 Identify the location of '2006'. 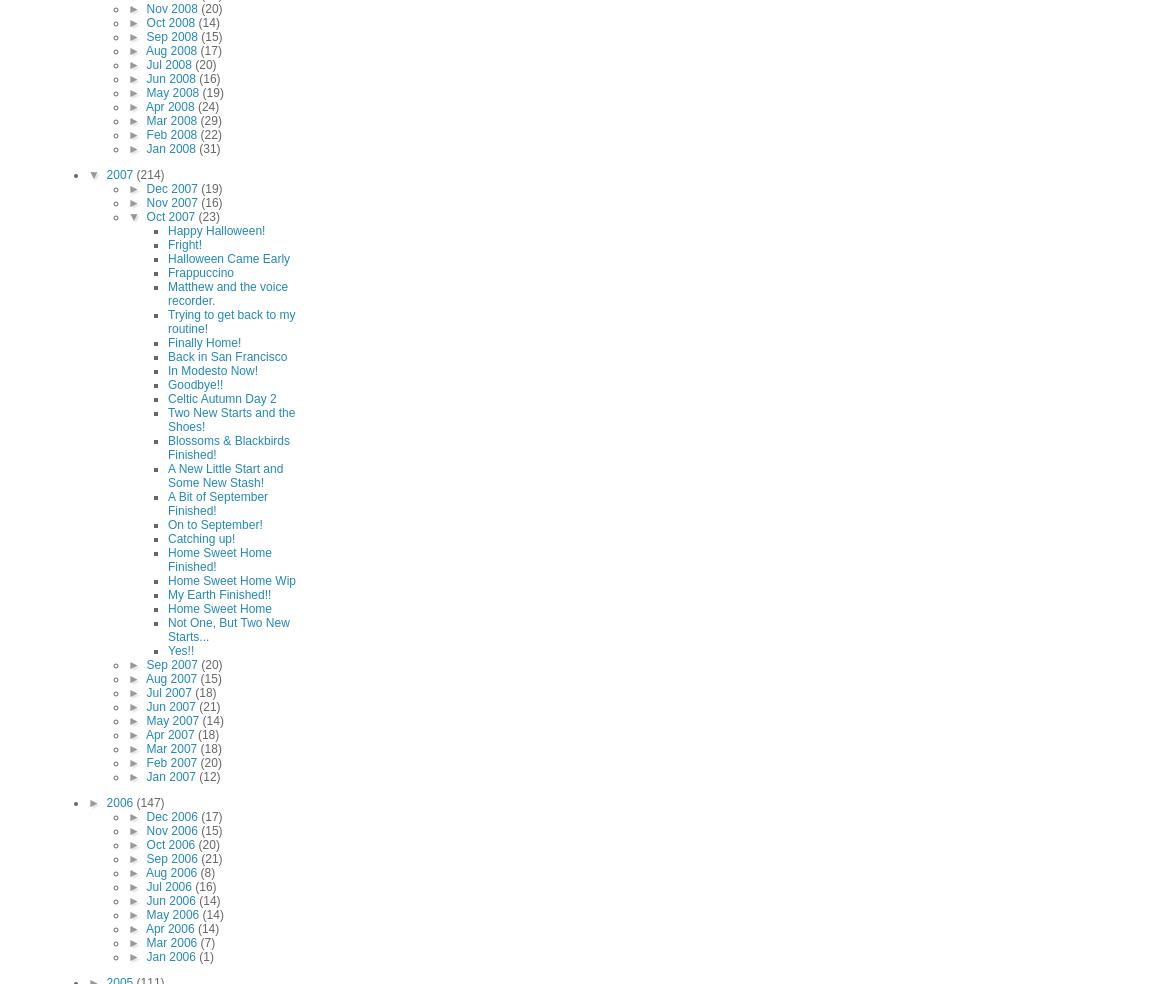
(120, 802).